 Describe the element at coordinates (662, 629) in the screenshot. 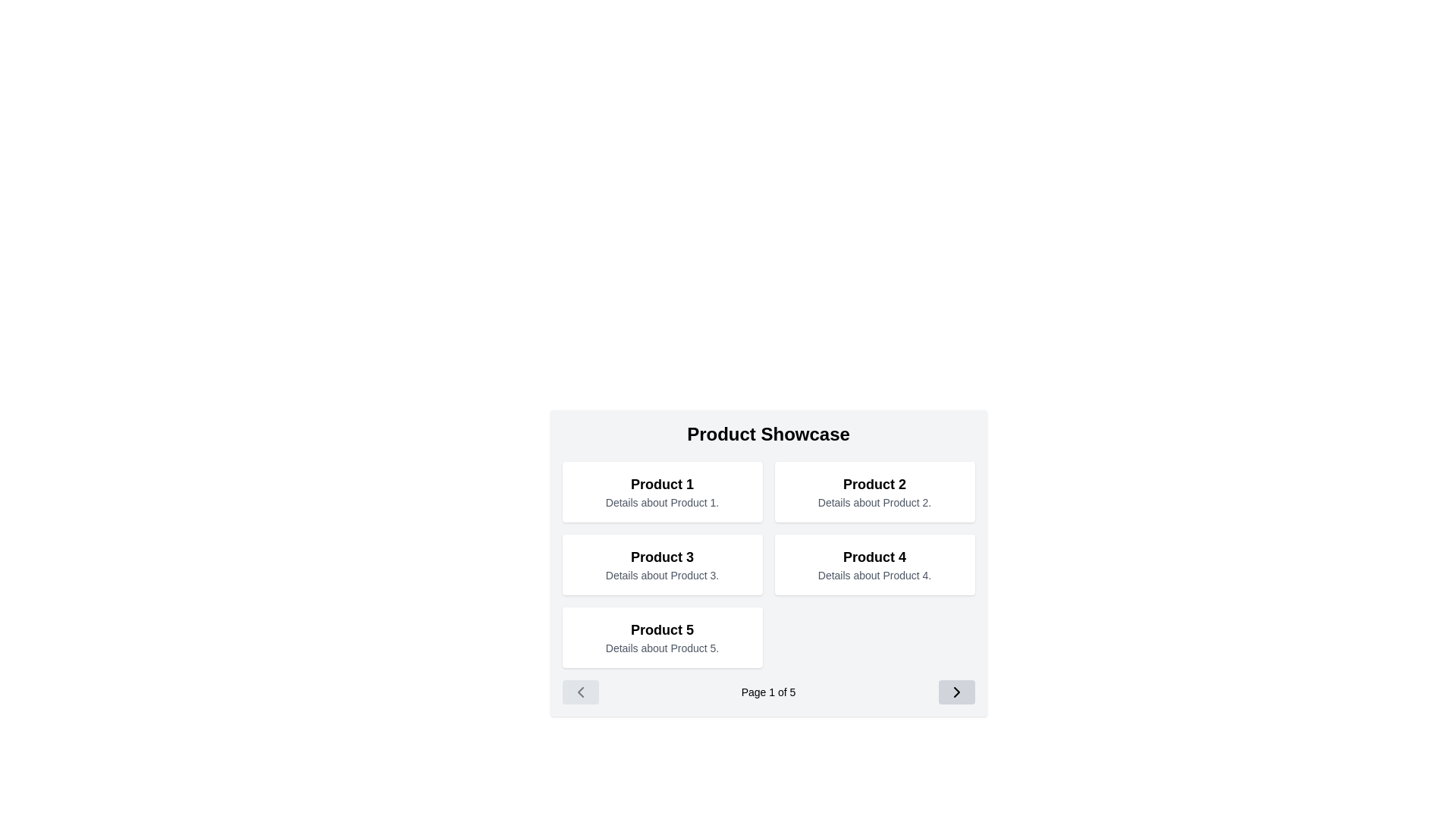

I see `the bold text label 'Product 5' which is styled as a title or heading, located at the top of the rectangular box containing product information` at that location.